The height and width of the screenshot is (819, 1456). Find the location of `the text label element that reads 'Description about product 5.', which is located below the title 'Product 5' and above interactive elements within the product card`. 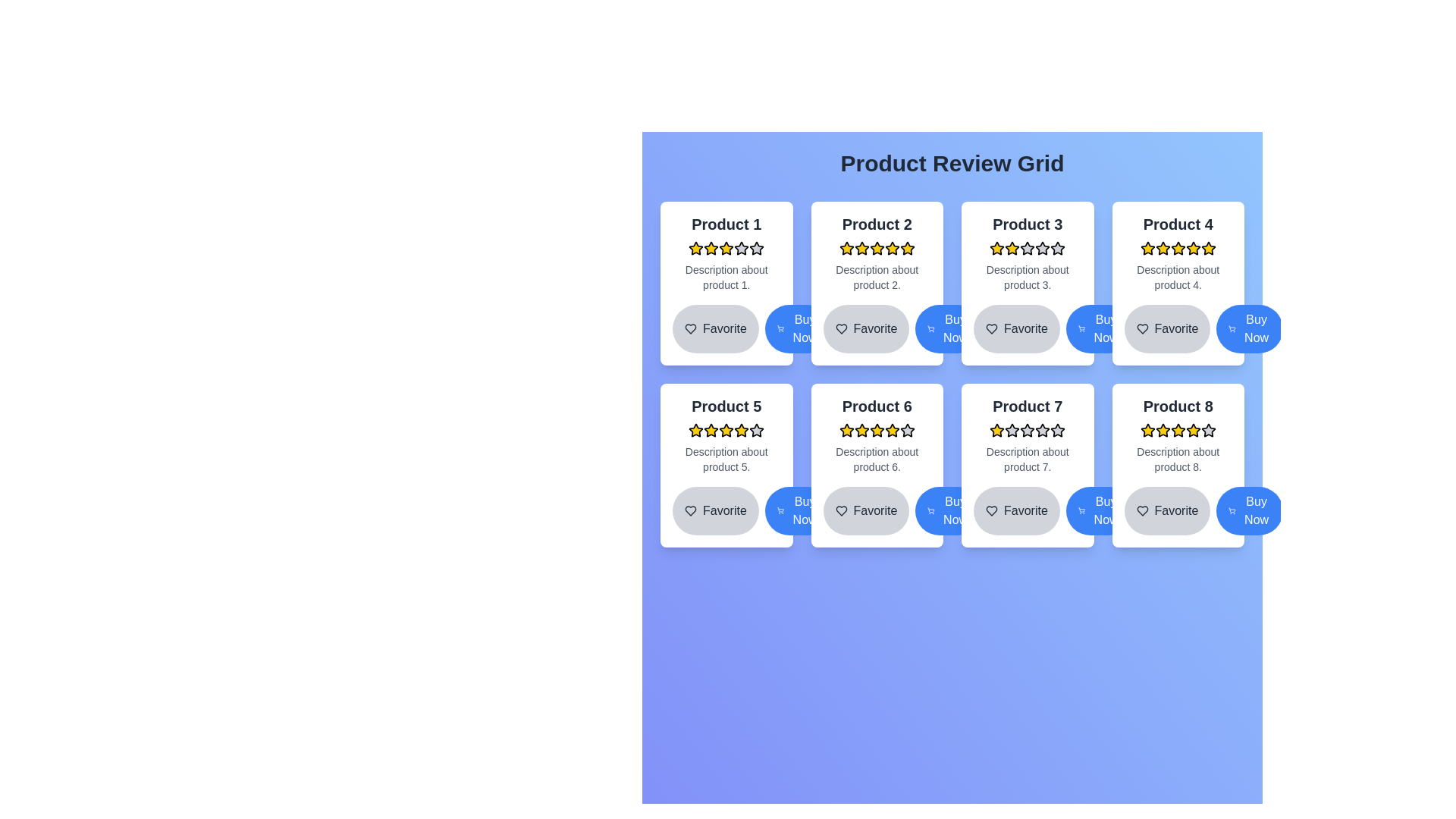

the text label element that reads 'Description about product 5.', which is located below the title 'Product 5' and above interactive elements within the product card is located at coordinates (726, 458).